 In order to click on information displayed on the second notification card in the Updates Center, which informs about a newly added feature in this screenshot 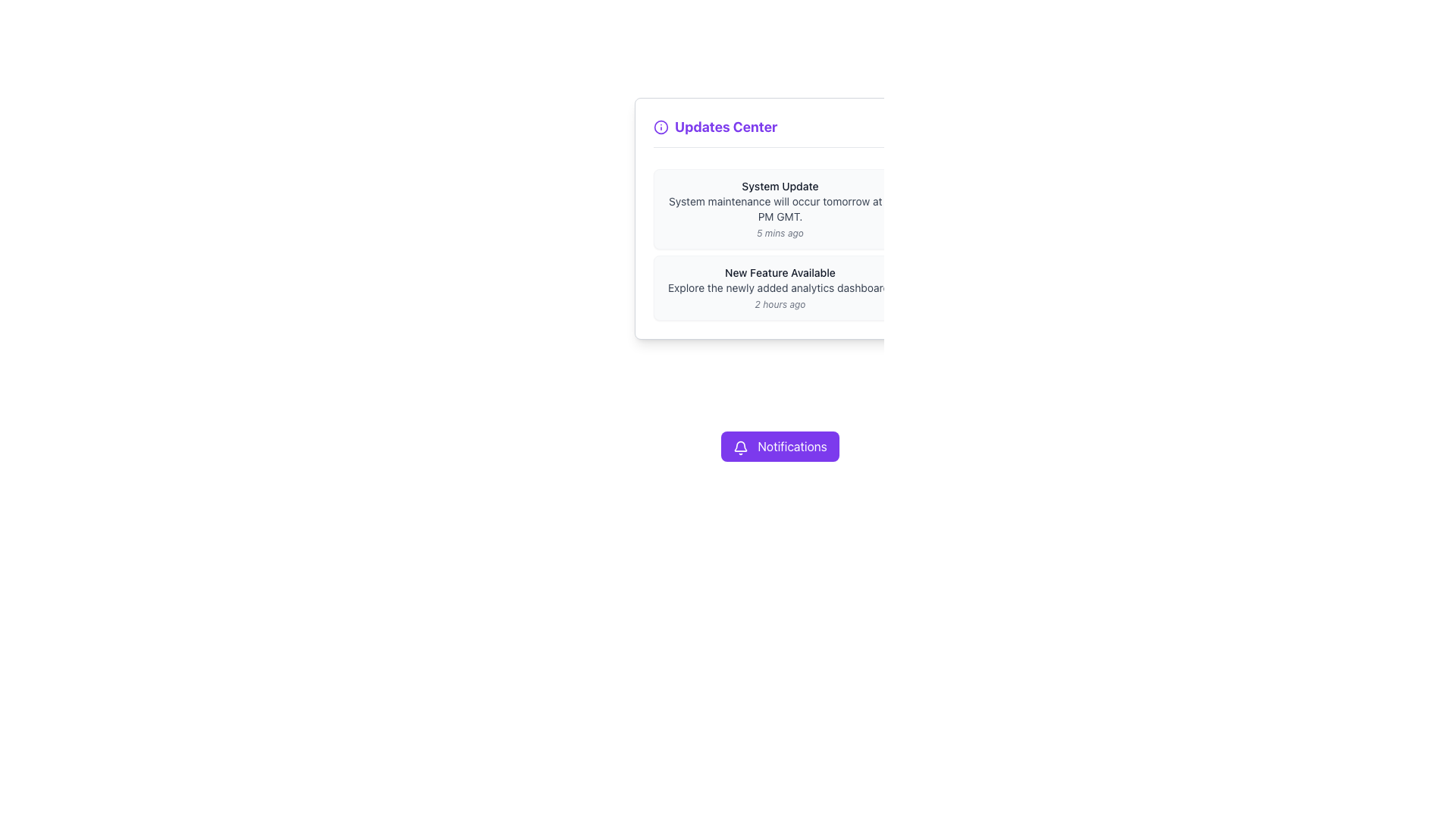, I will do `click(780, 288)`.